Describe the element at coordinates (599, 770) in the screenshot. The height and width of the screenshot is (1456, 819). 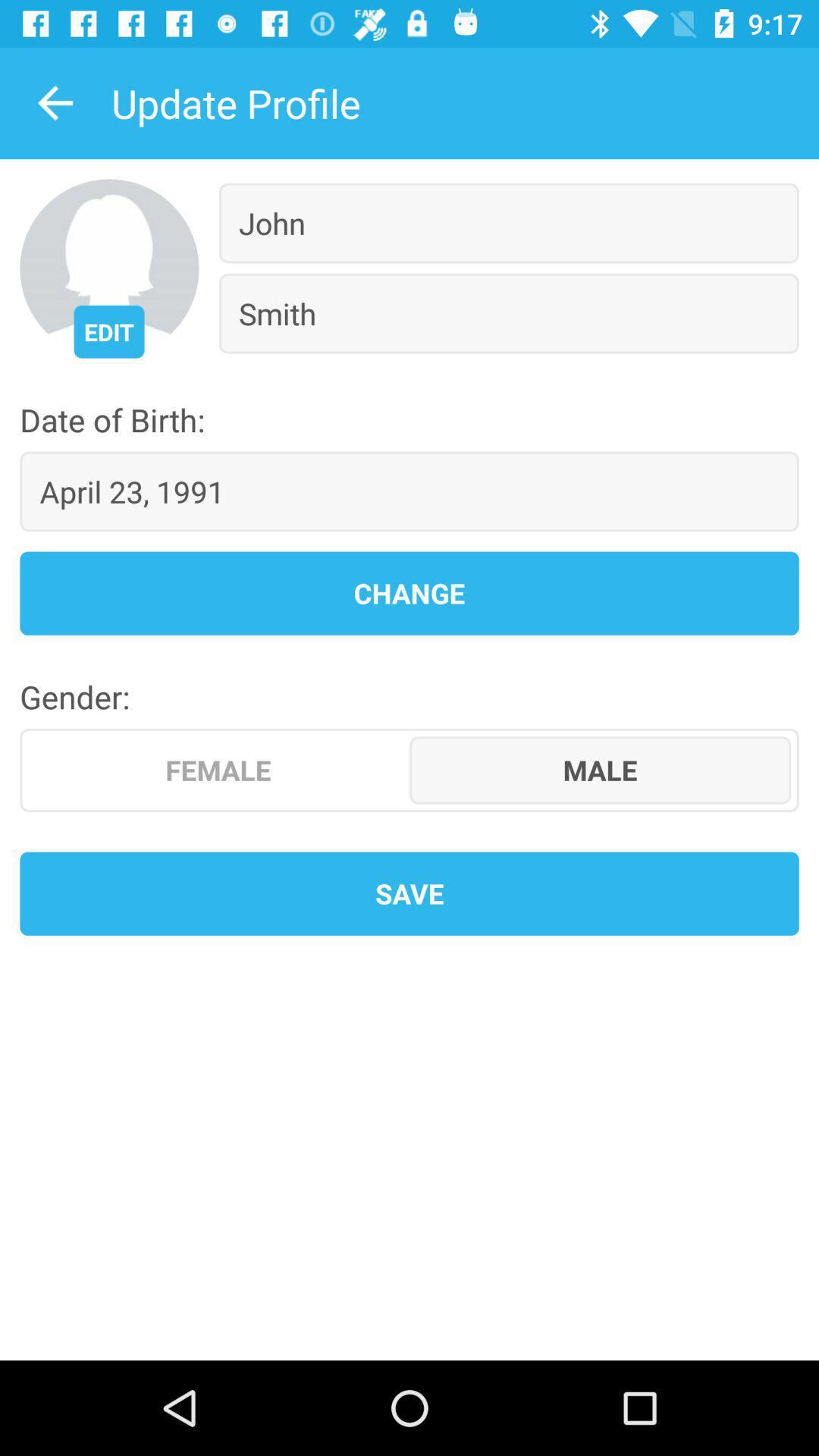
I see `the item to the right of female icon` at that location.